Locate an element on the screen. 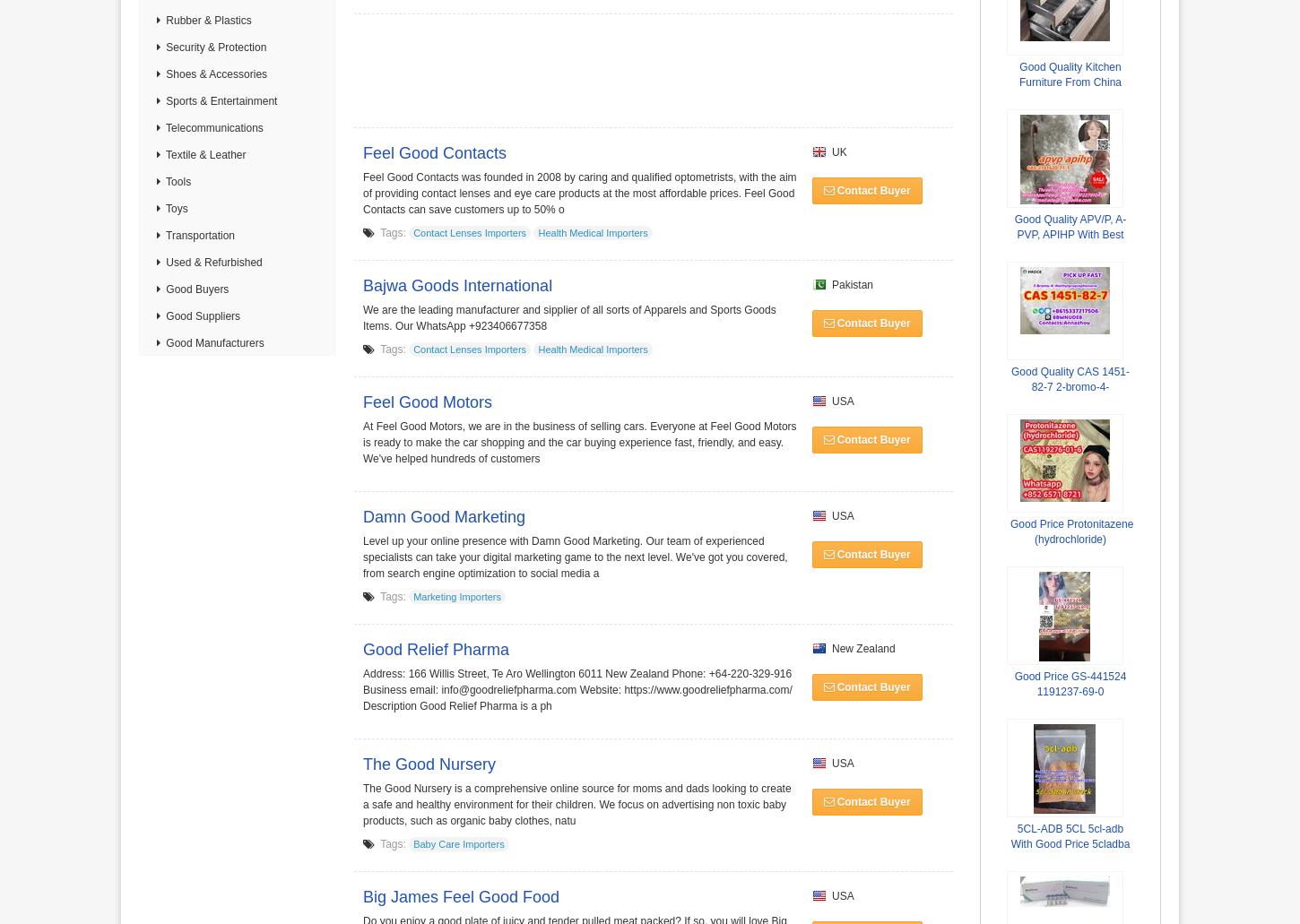 The image size is (1300, 924). 'Marketing Importers' is located at coordinates (412, 597).